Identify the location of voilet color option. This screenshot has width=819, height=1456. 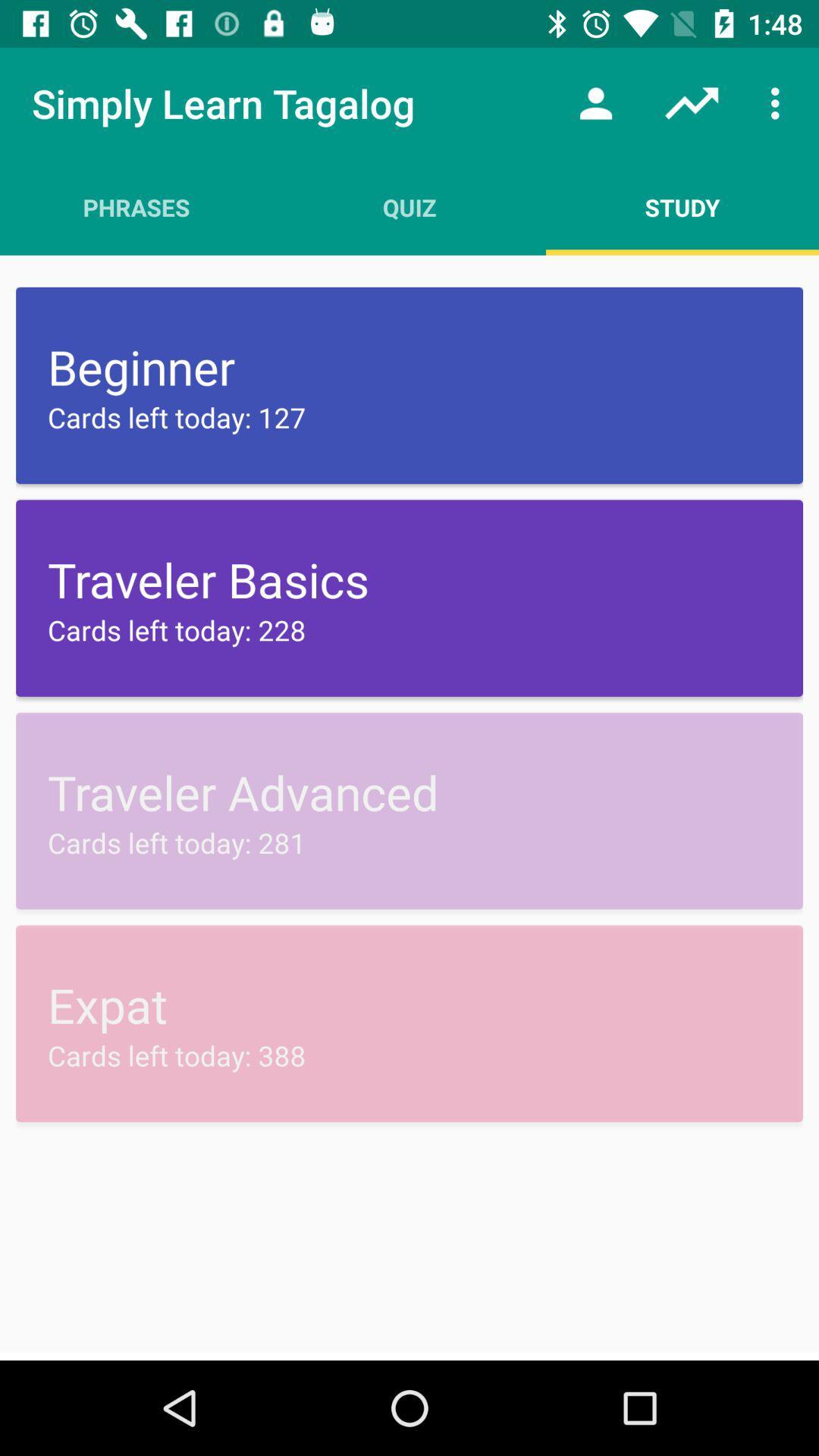
(409, 597).